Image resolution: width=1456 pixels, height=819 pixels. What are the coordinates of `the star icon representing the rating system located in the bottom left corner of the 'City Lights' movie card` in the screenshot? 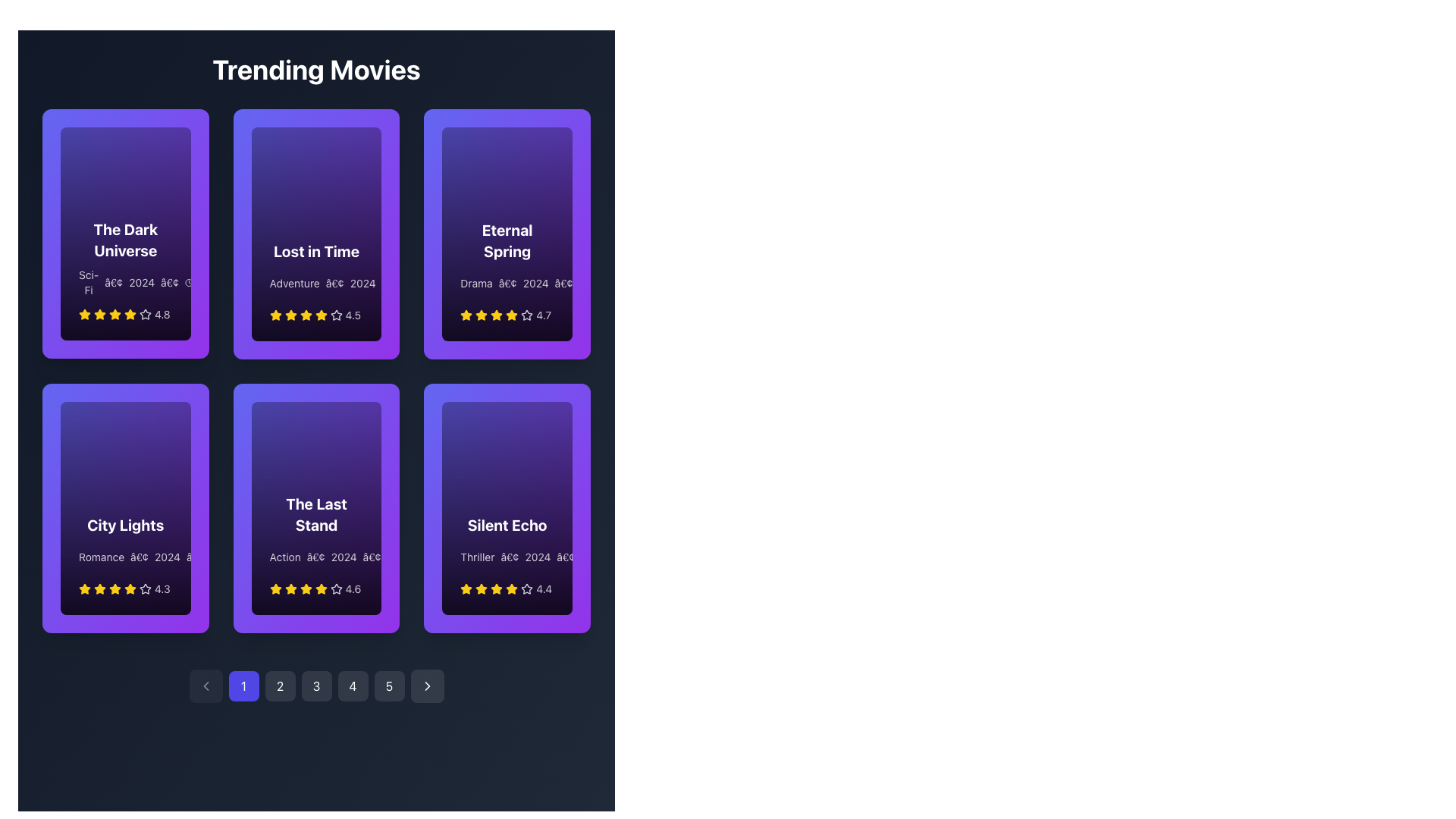 It's located at (83, 588).